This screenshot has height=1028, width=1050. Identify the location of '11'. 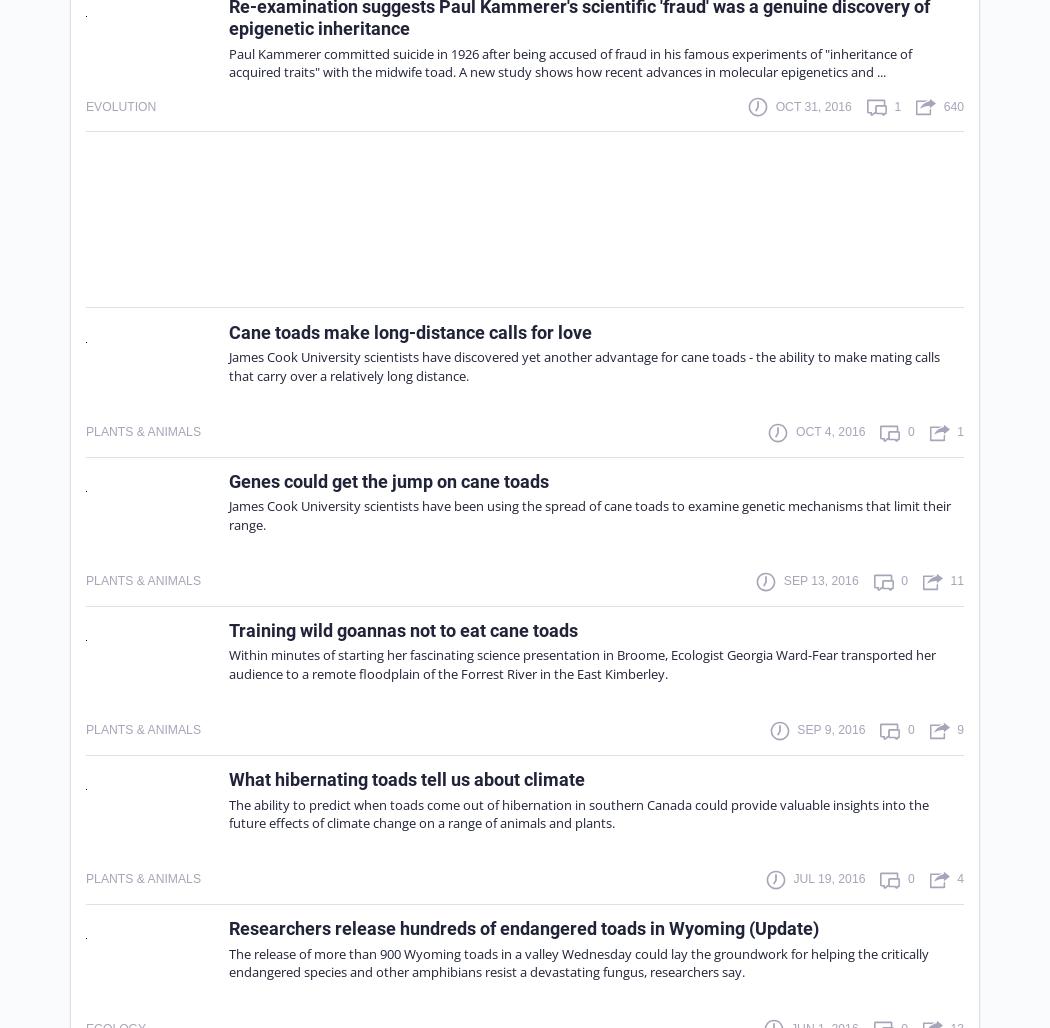
(949, 580).